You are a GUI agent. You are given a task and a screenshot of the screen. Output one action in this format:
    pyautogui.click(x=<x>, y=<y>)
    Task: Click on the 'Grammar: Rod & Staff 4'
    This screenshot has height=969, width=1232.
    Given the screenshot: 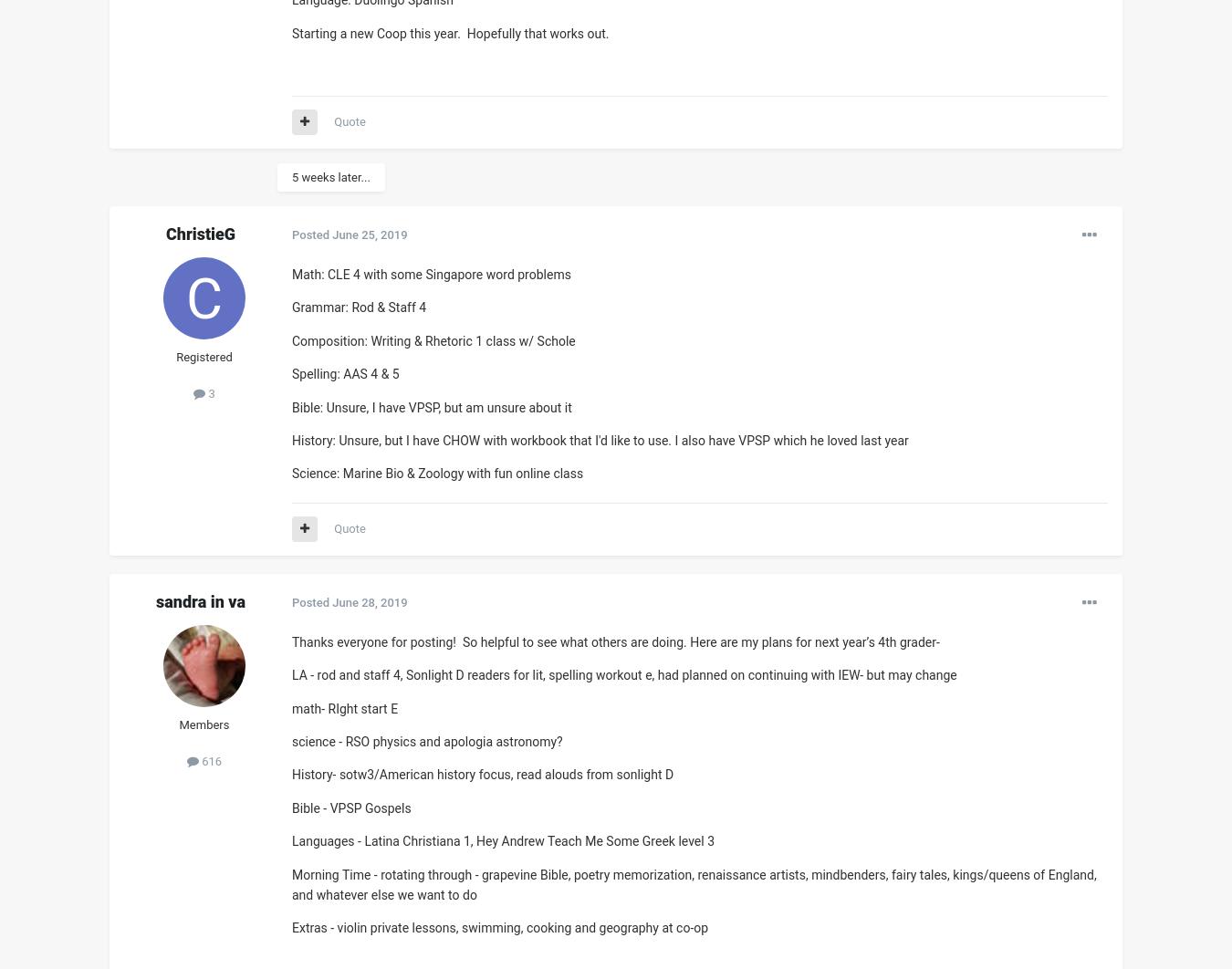 What is the action you would take?
    pyautogui.click(x=359, y=306)
    